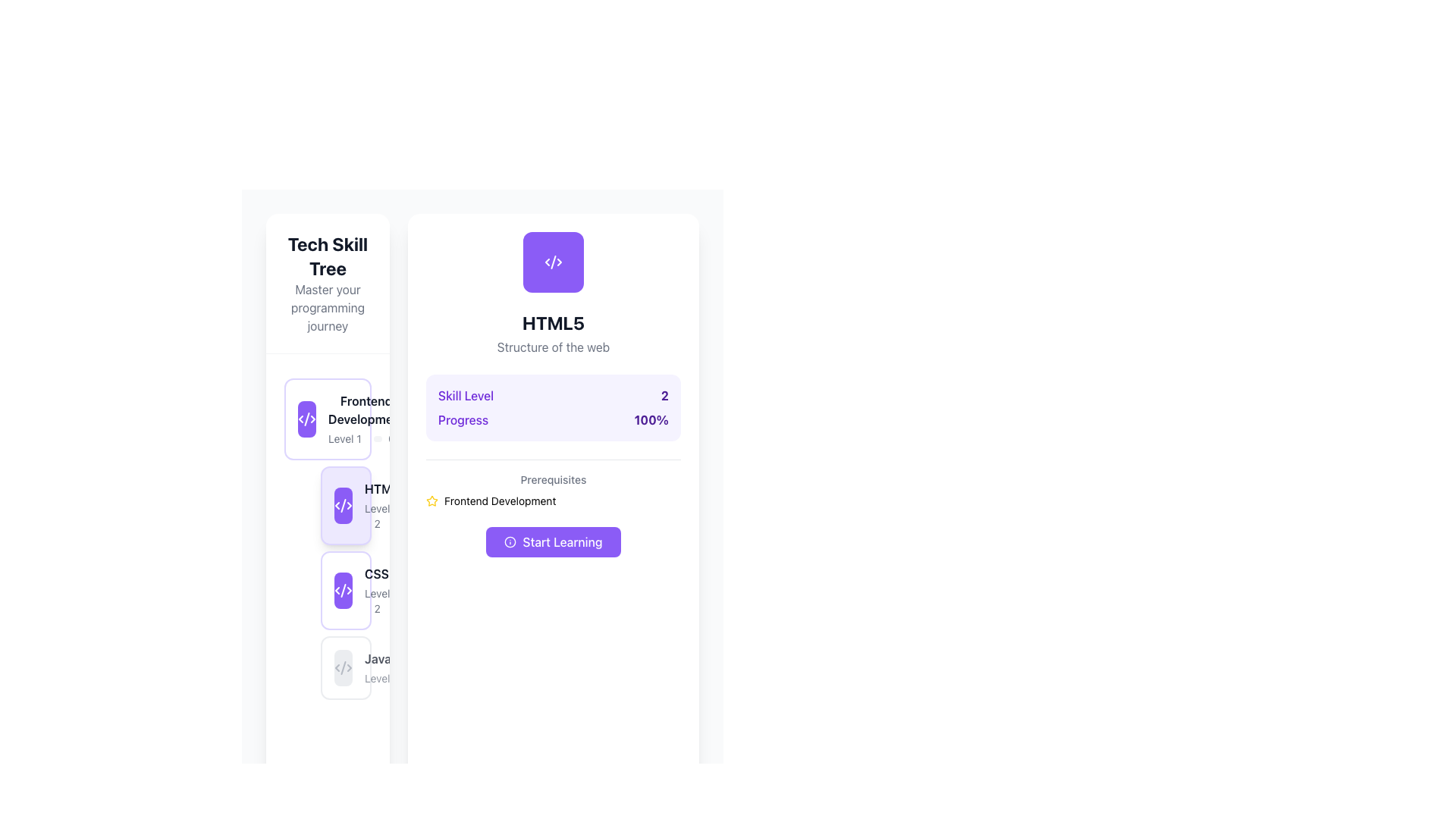  What do you see at coordinates (552, 347) in the screenshot?
I see `the small-sized textual label reading 'Structure of the web', which is styled in gray and positioned beneath the 'HTML5' heading` at bounding box center [552, 347].